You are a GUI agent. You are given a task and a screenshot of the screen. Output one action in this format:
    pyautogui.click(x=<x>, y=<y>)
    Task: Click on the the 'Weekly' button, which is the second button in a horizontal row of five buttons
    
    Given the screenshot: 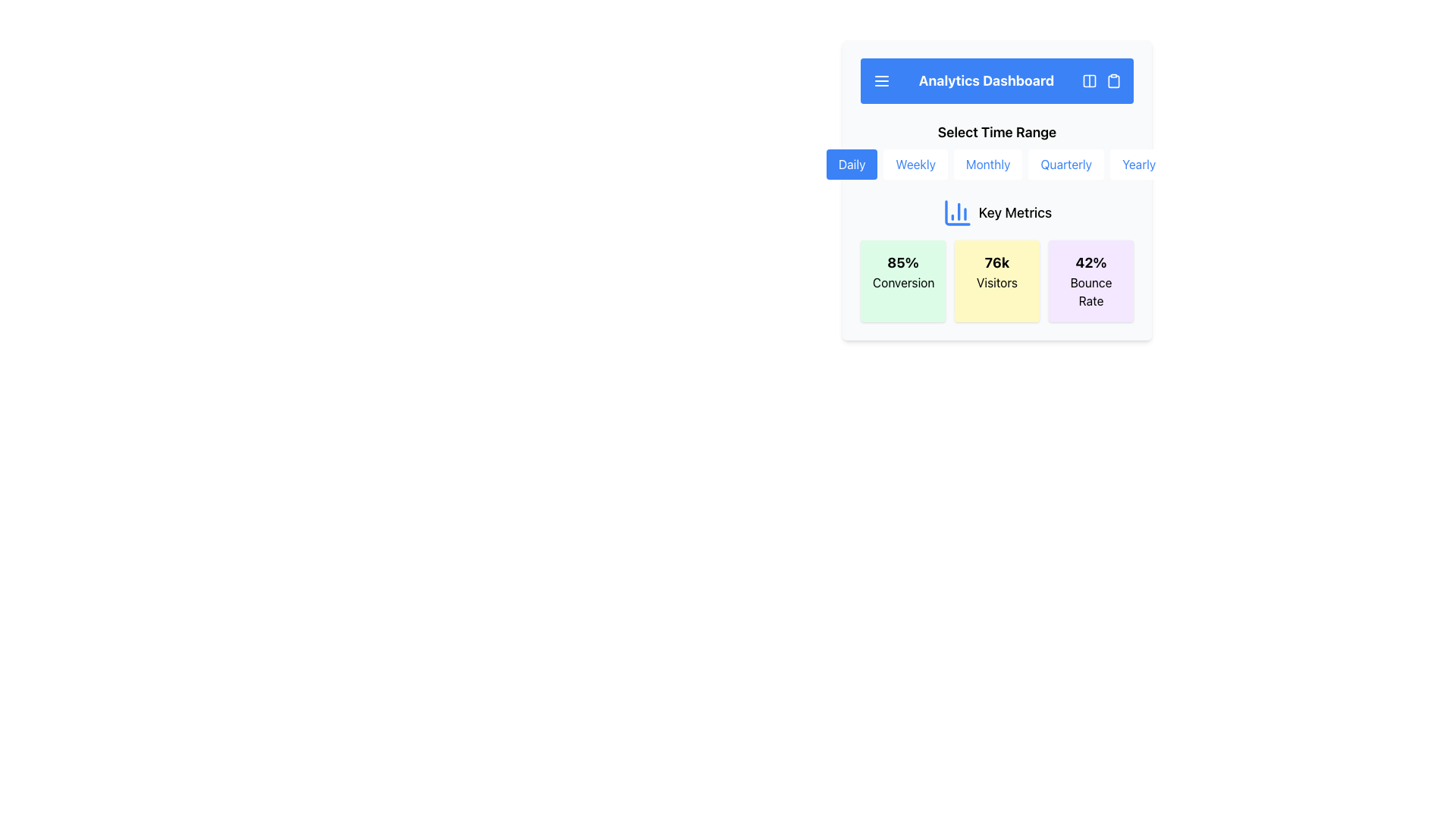 What is the action you would take?
    pyautogui.click(x=915, y=164)
    